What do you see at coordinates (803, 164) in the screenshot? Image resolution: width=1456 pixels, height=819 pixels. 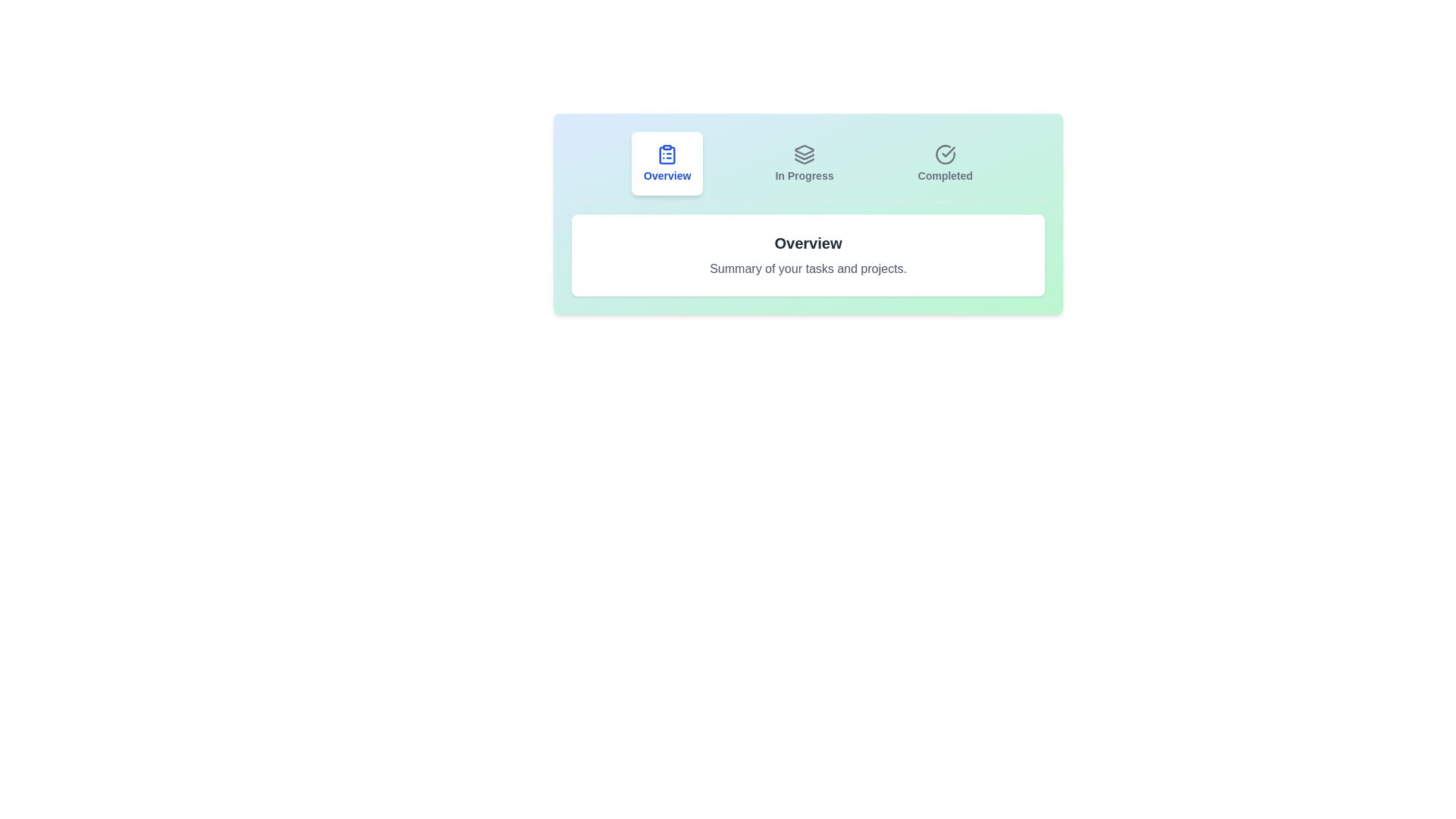 I see `the tab labeled In Progress to observe its hover effect` at bounding box center [803, 164].